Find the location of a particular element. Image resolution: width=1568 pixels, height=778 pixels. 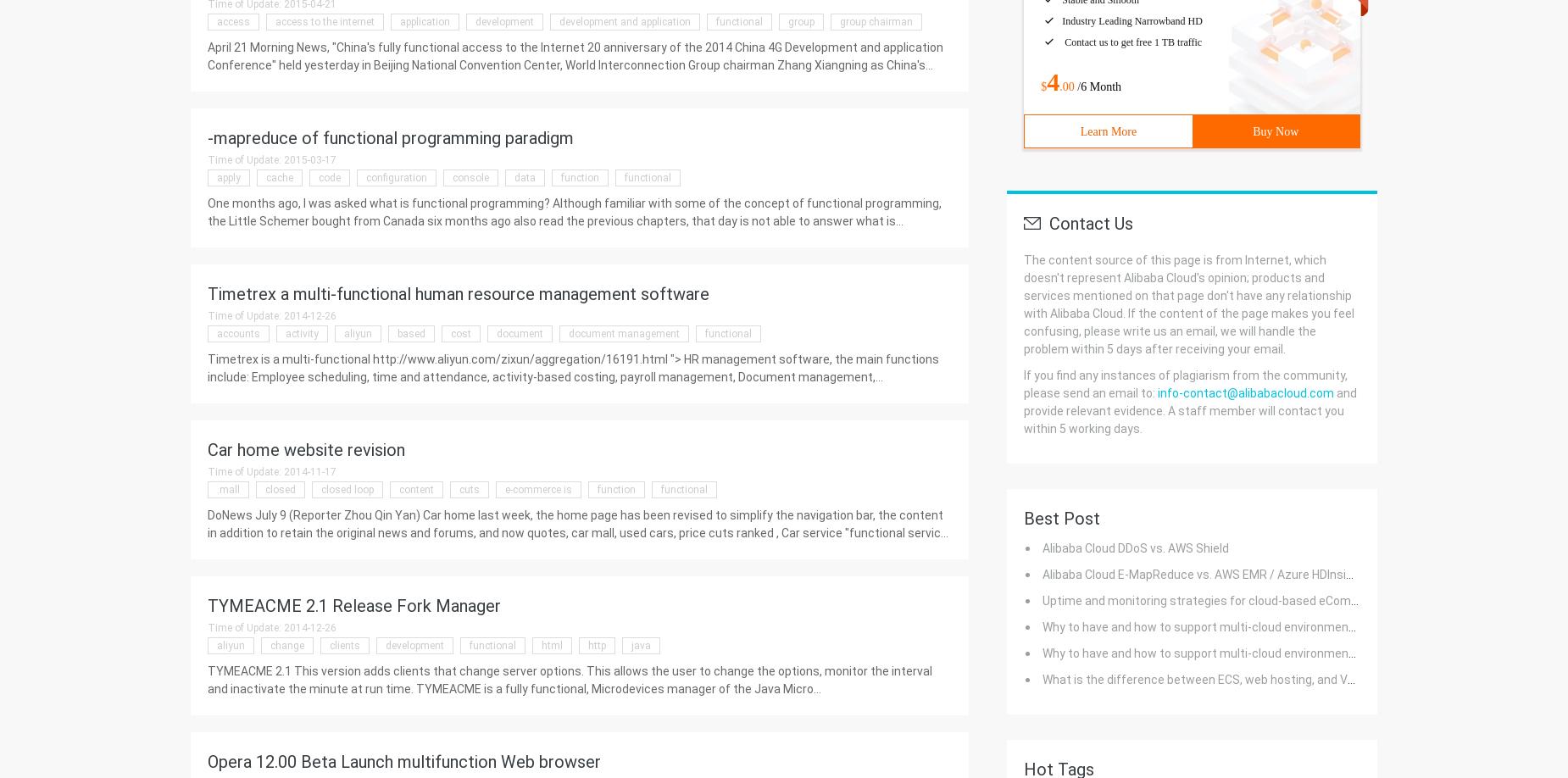

'$' is located at coordinates (1043, 86).